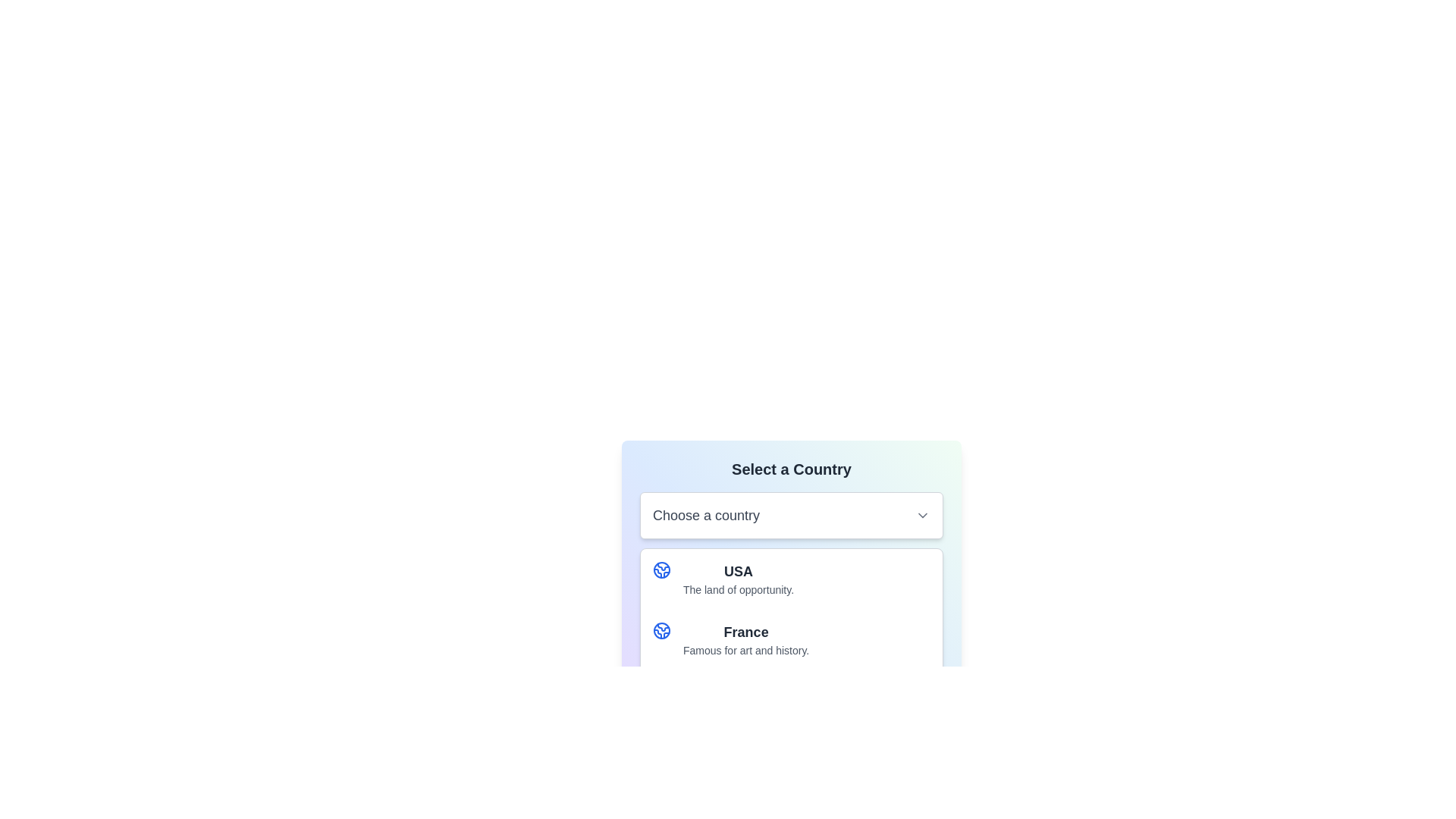  I want to click on the second option in the dropdown menu labeled 'Choose a country', so click(790, 626).